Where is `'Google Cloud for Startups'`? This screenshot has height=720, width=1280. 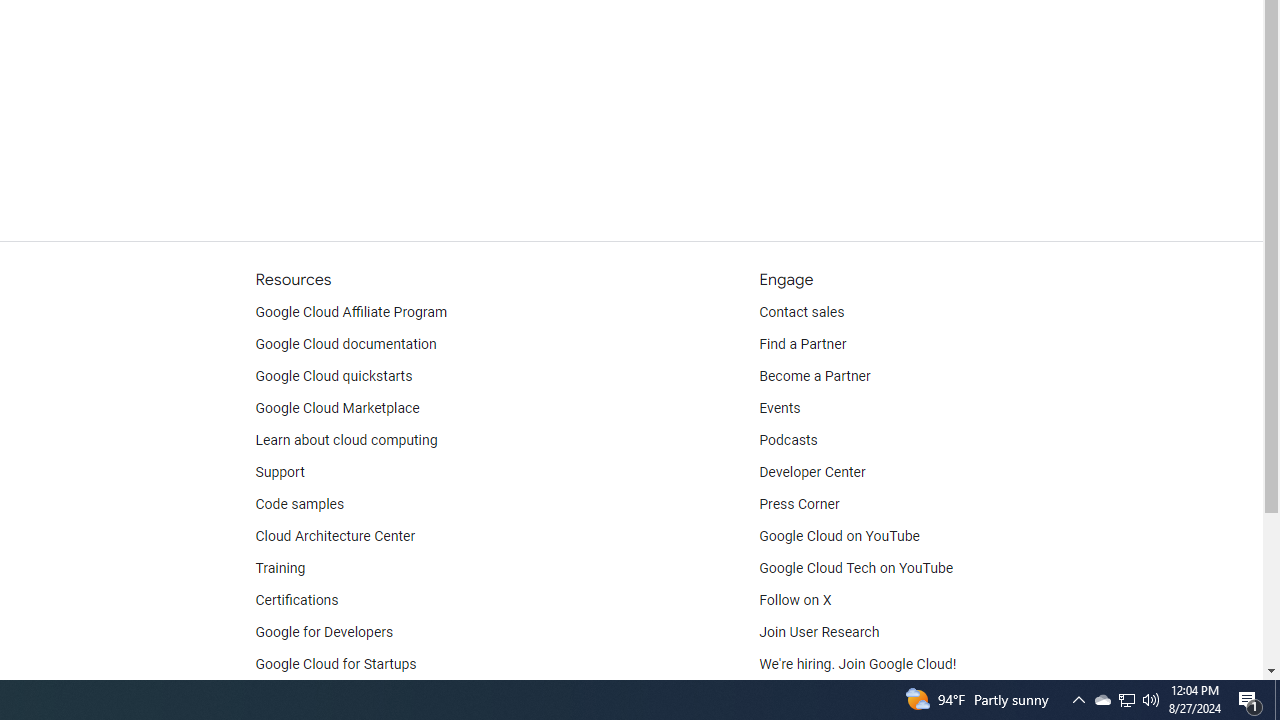
'Google Cloud for Startups' is located at coordinates (336, 664).